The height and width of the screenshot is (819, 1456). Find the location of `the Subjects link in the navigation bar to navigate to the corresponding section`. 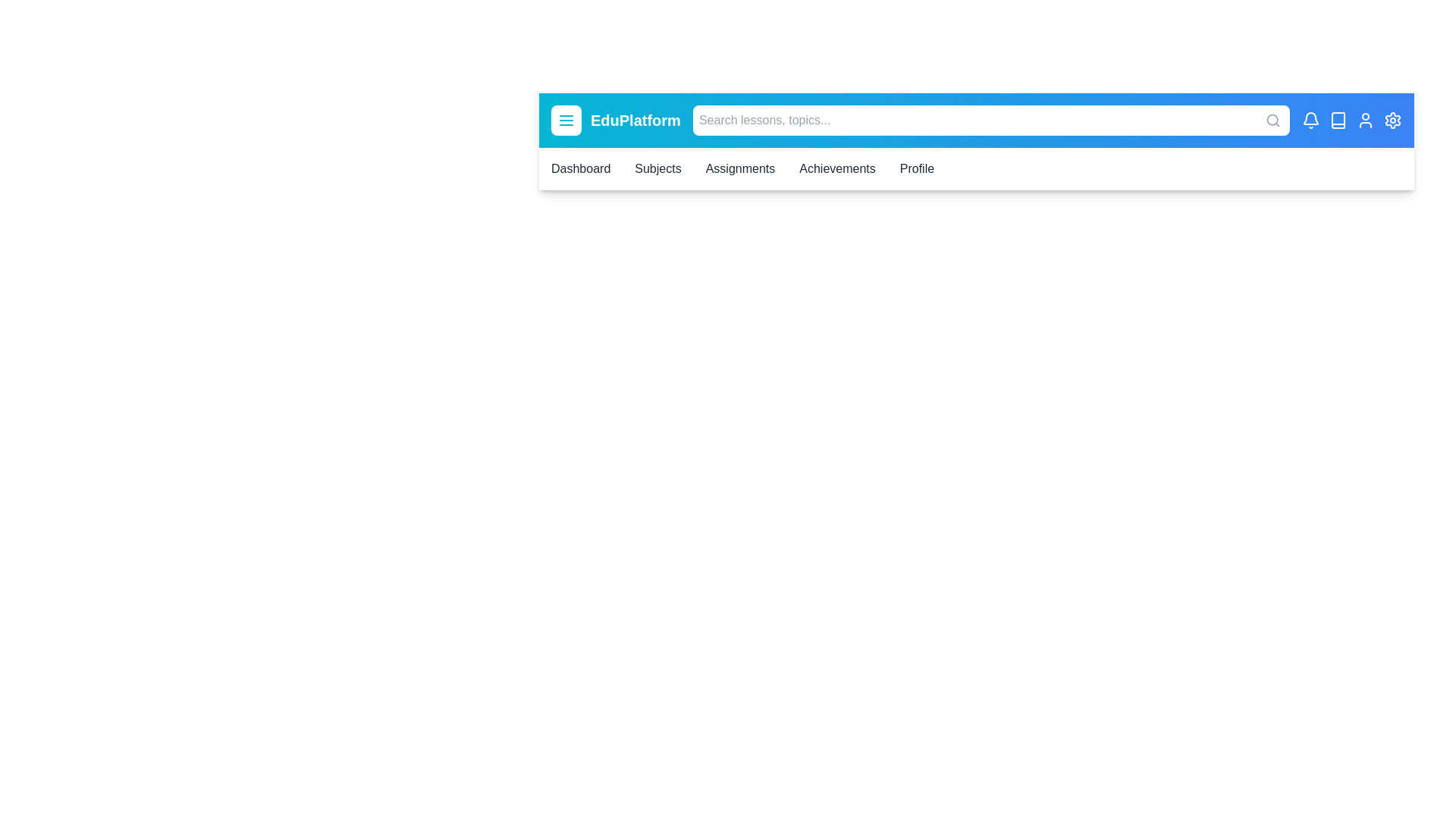

the Subjects link in the navigation bar to navigate to the corresponding section is located at coordinates (658, 169).